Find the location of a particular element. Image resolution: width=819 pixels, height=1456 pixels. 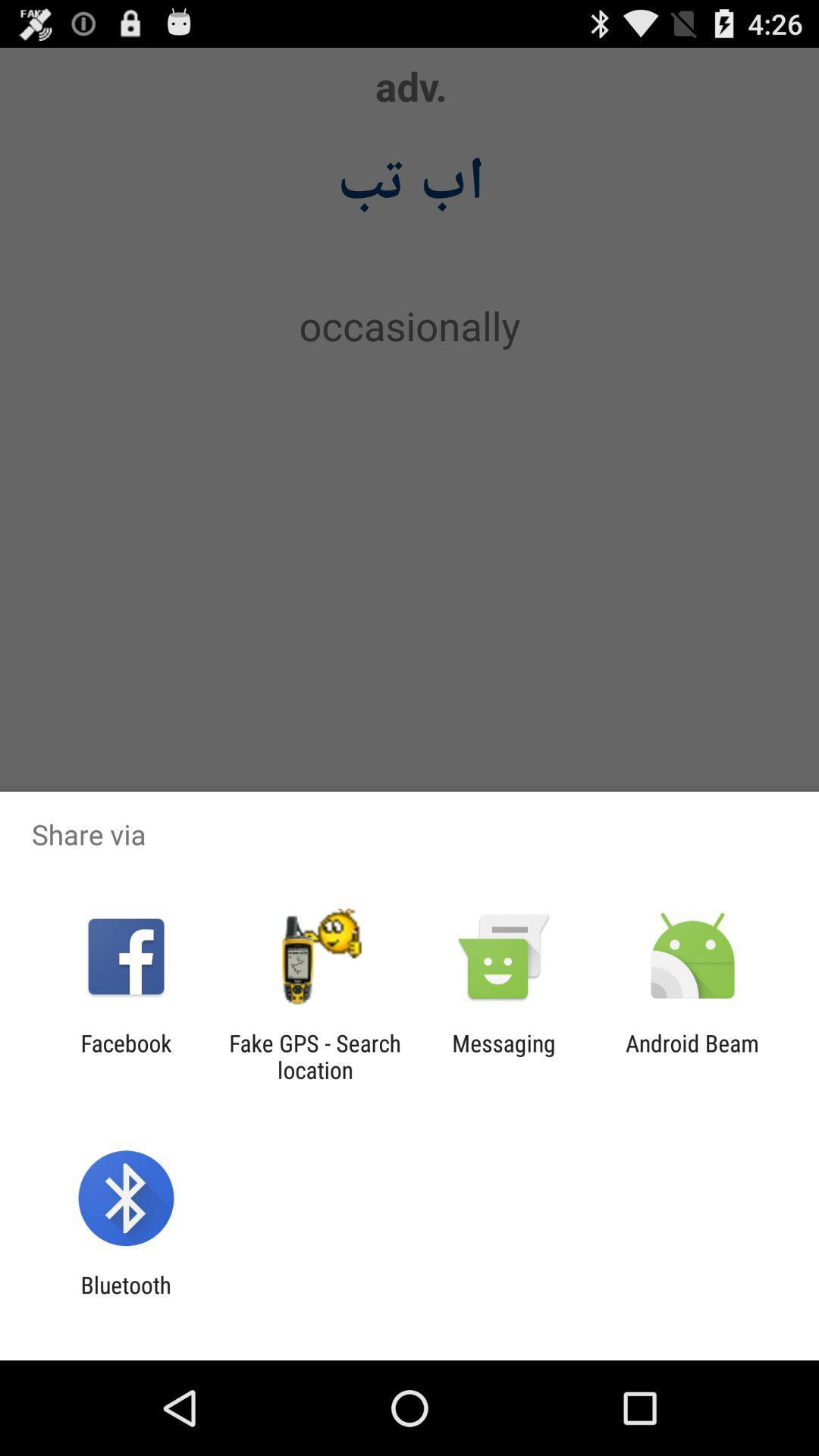

the facebook is located at coordinates (125, 1056).